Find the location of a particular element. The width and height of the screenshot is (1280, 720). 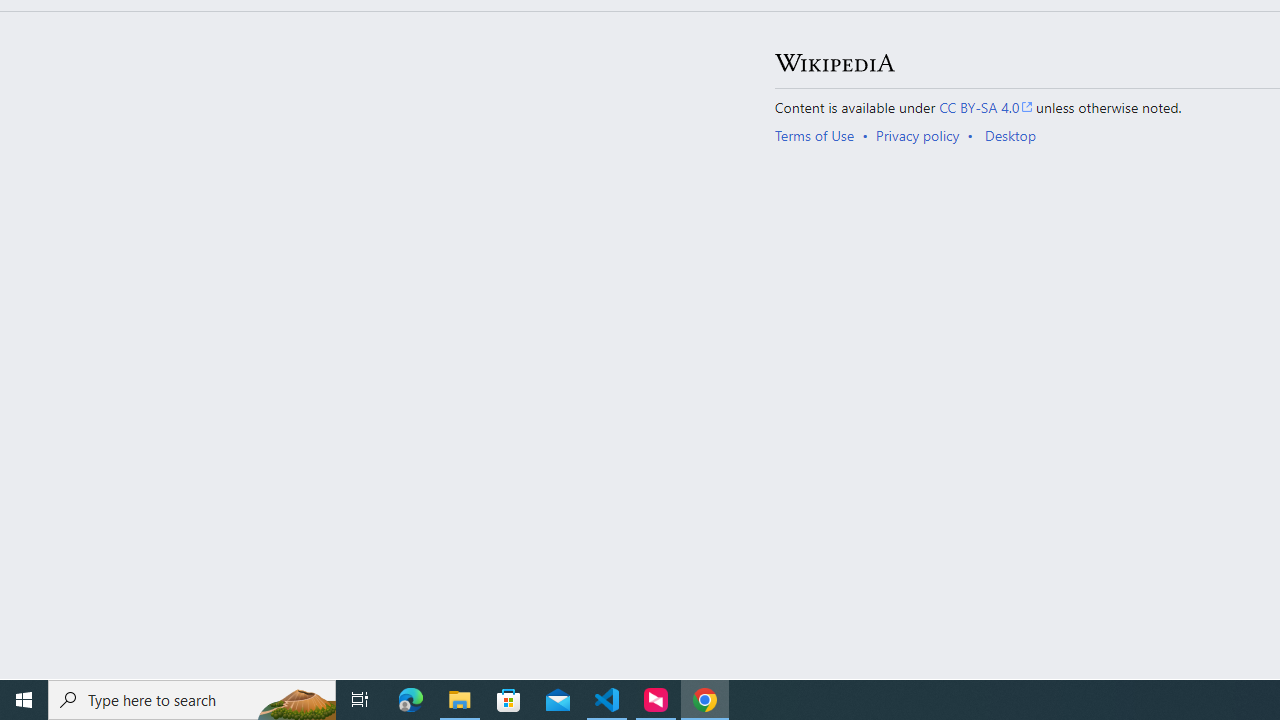

'Desktop' is located at coordinates (1010, 135).